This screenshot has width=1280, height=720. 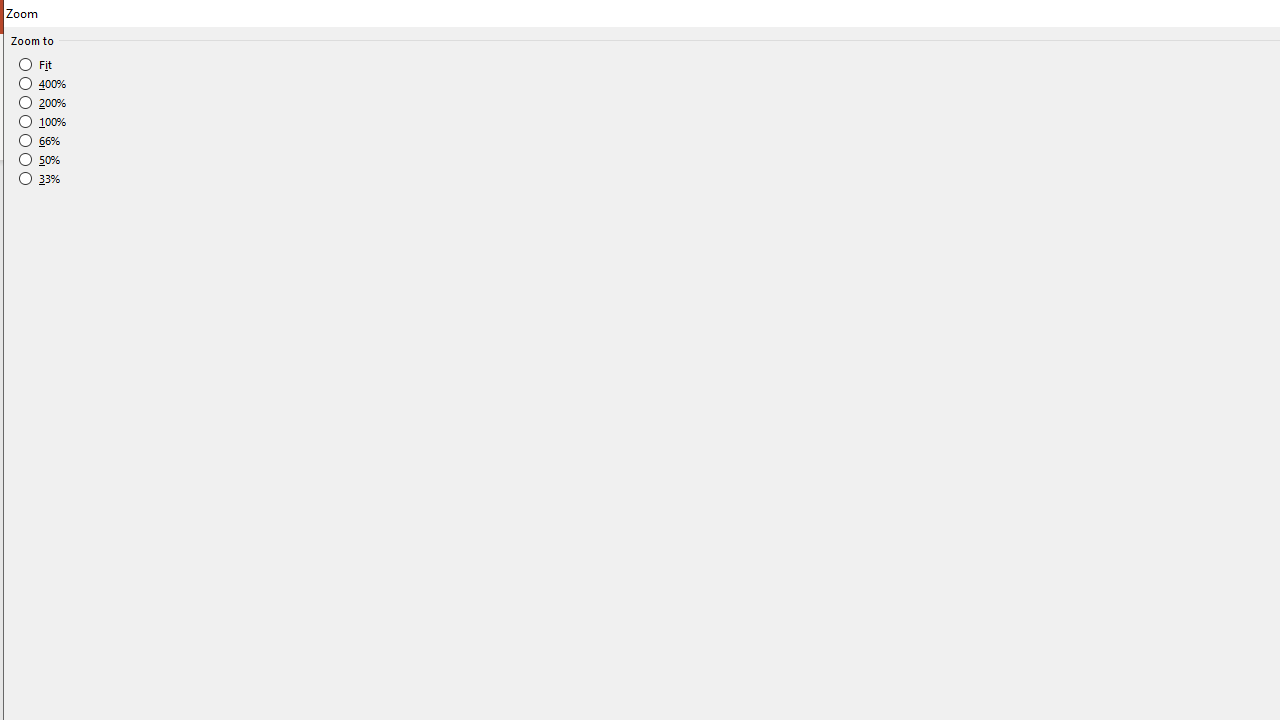 I want to click on '66%', so click(x=40, y=140).